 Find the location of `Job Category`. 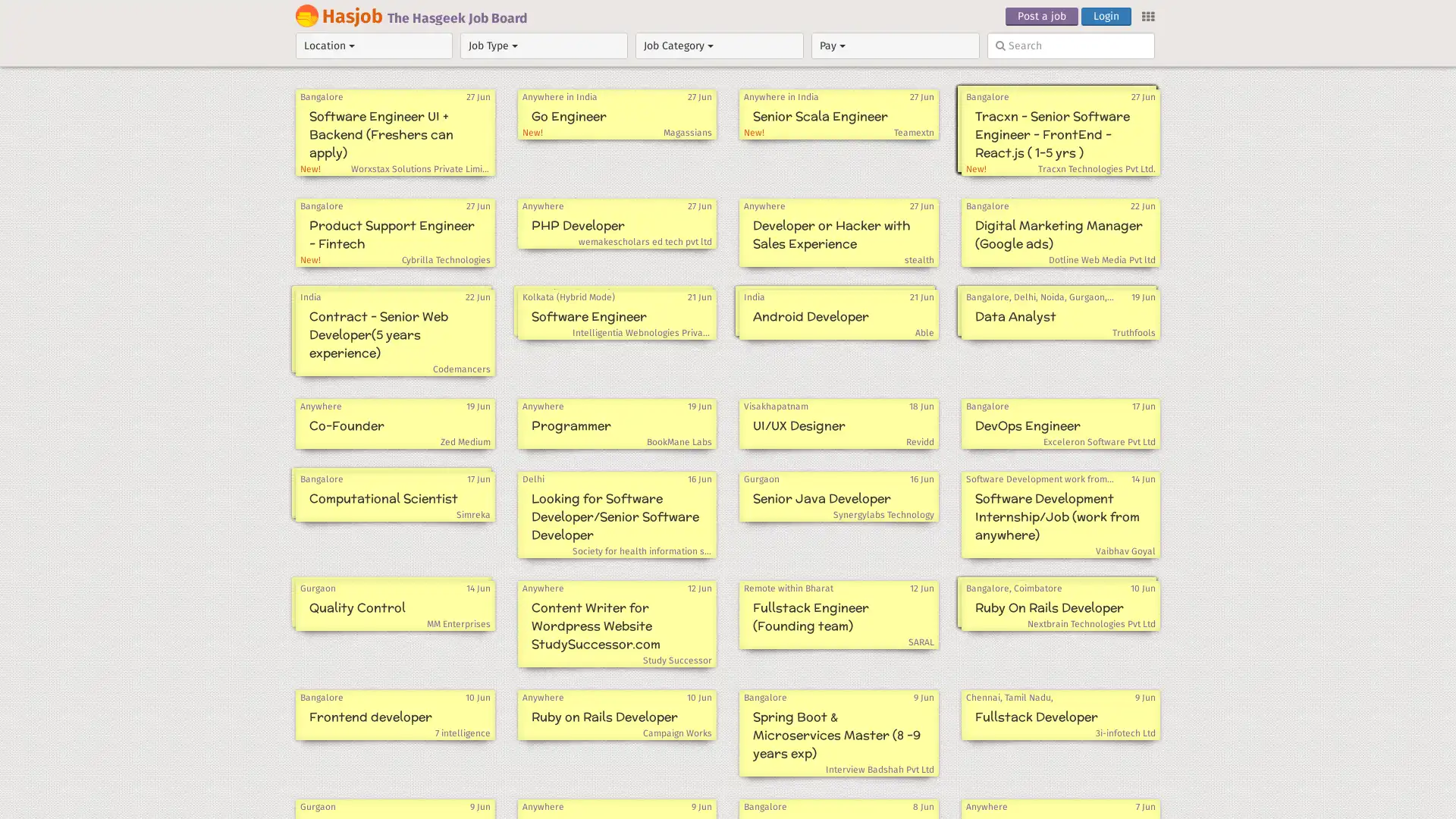

Job Category is located at coordinates (718, 45).